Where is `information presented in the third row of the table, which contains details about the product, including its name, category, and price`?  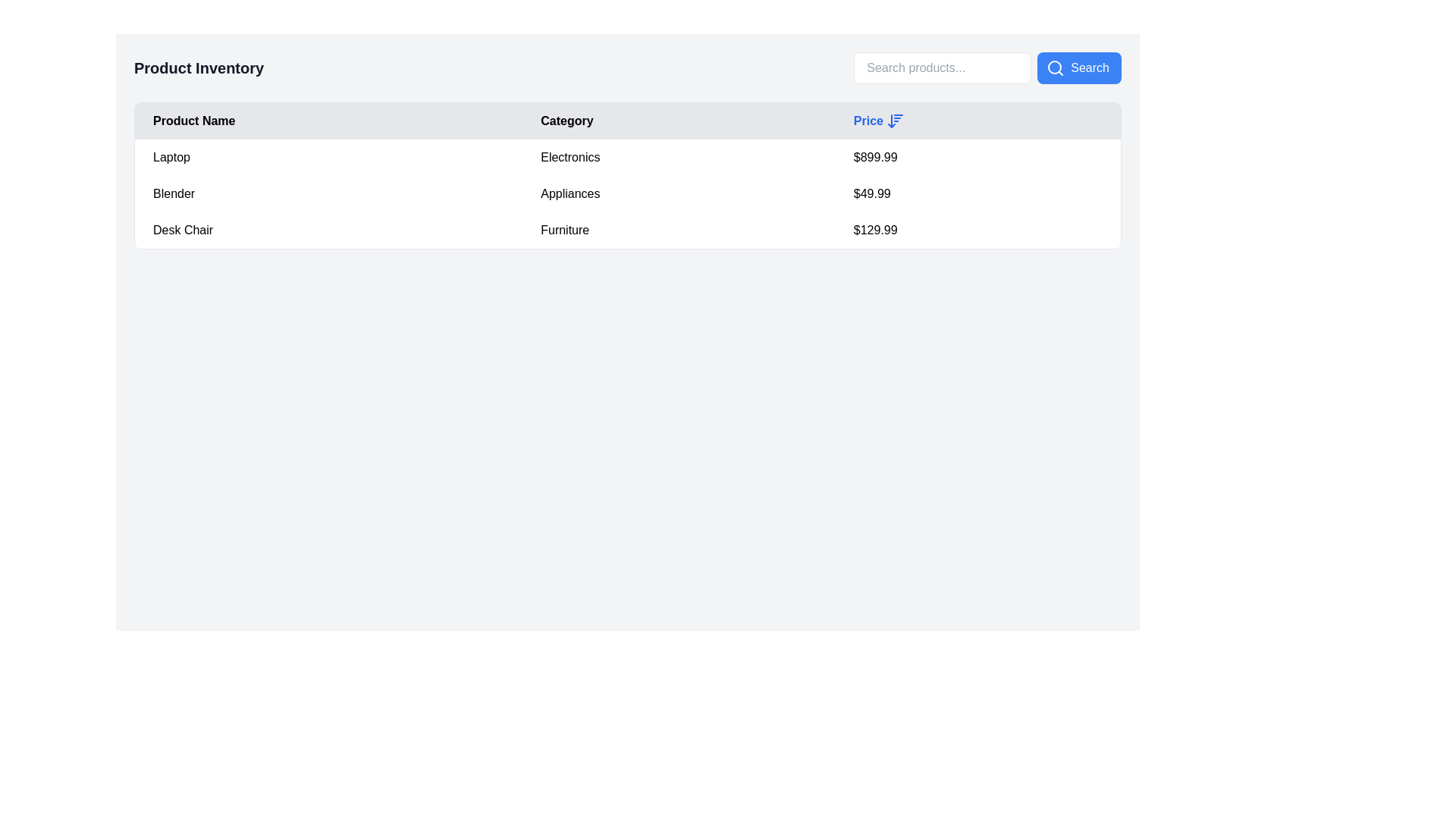 information presented in the third row of the table, which contains details about the product, including its name, category, and price is located at coordinates (628, 231).